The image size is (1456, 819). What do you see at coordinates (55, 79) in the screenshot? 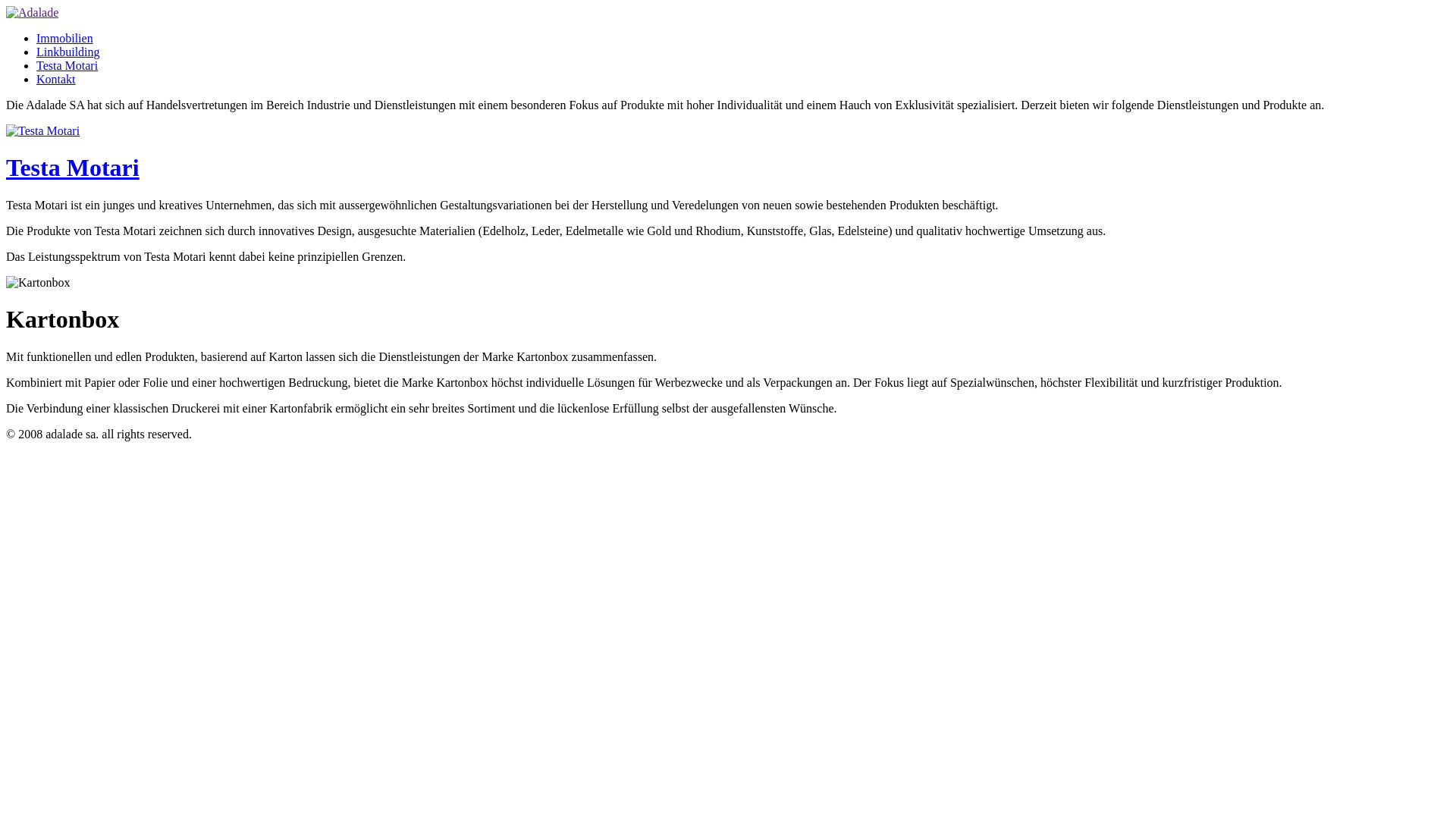
I see `'Kontakt'` at bounding box center [55, 79].